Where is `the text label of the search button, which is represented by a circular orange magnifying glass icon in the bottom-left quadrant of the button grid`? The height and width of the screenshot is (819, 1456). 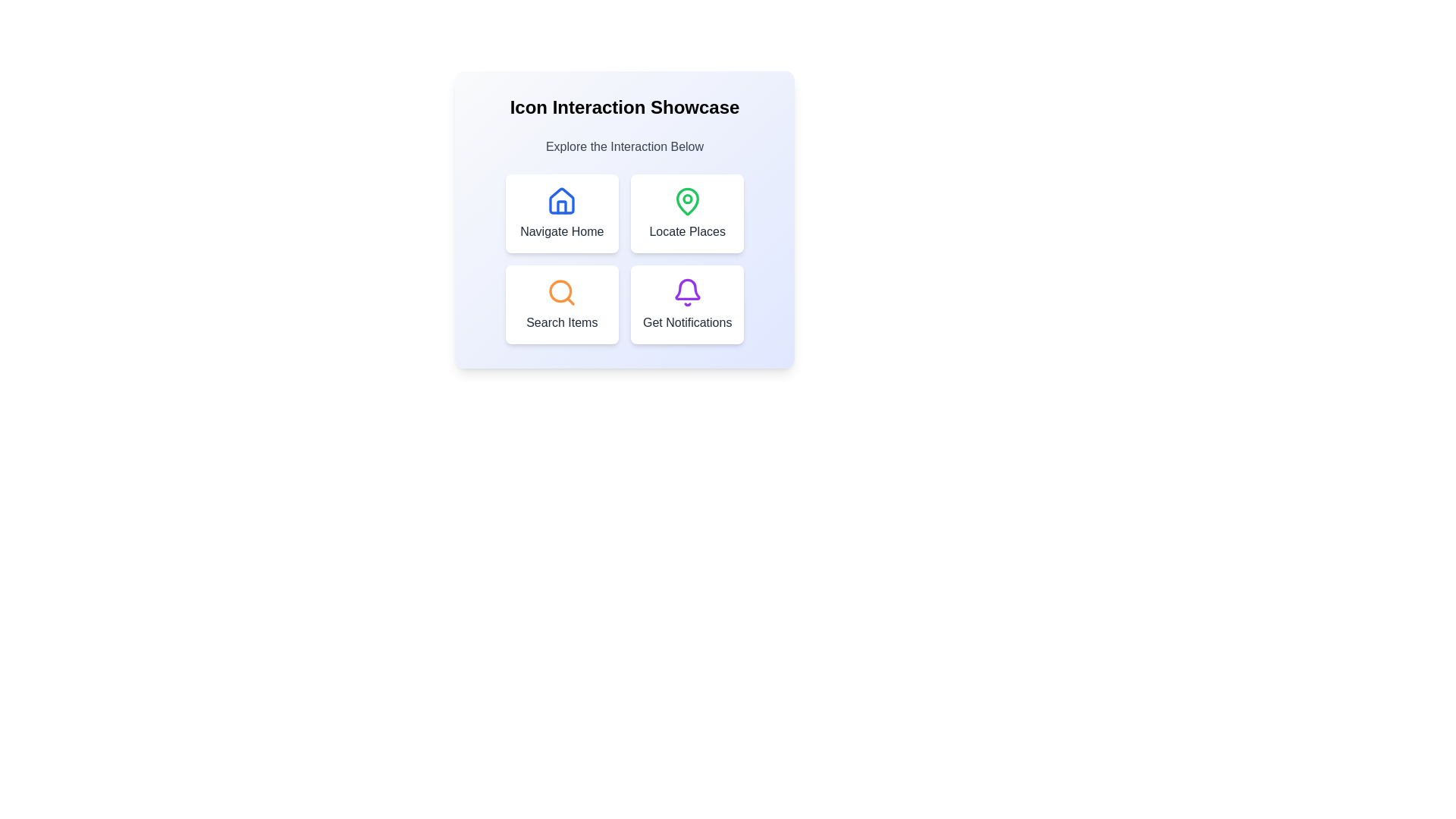 the text label of the search button, which is represented by a circular orange magnifying glass icon in the bottom-left quadrant of the button grid is located at coordinates (560, 291).